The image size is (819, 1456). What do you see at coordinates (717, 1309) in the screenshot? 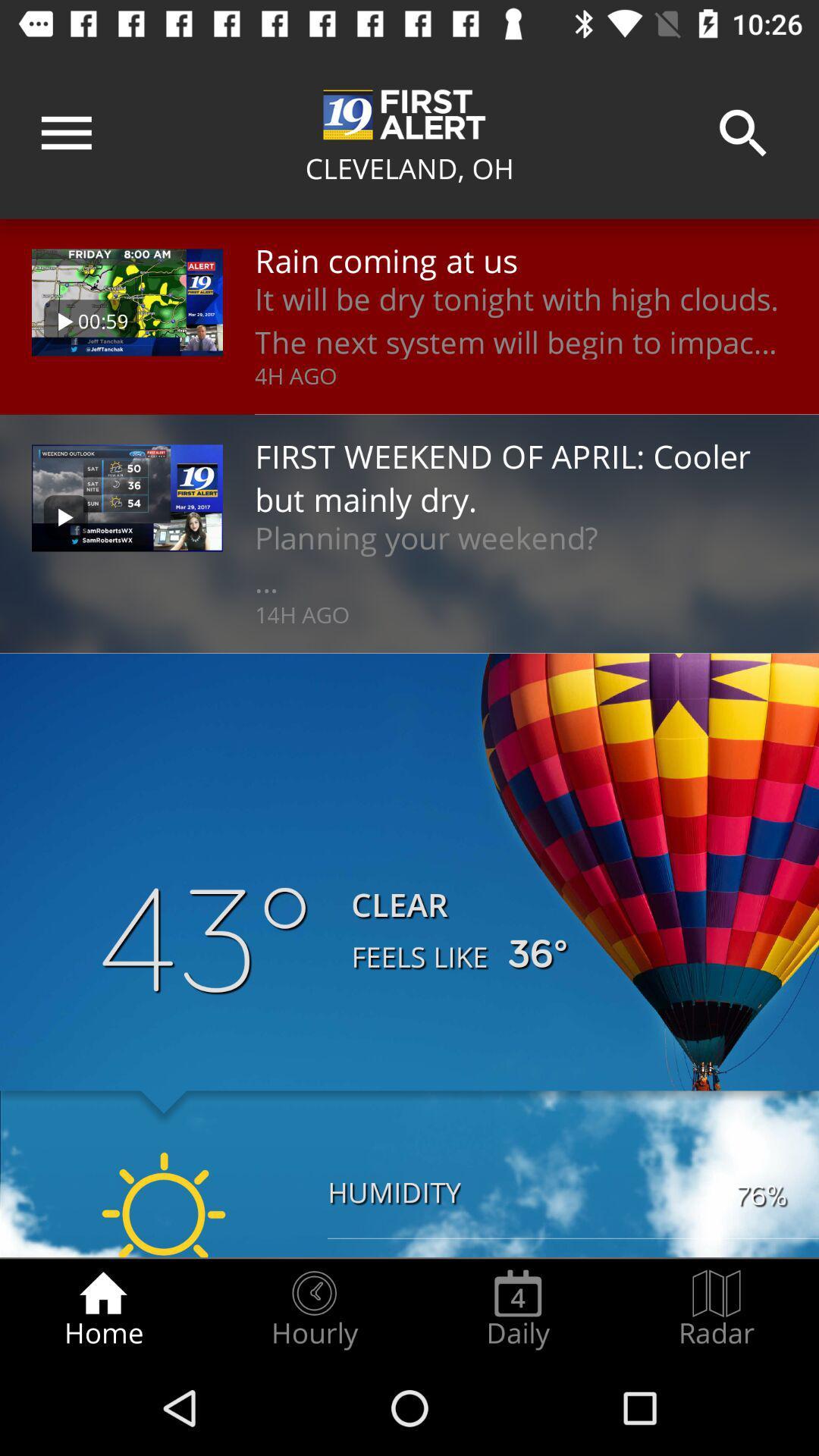
I see `the radar radio button` at bounding box center [717, 1309].